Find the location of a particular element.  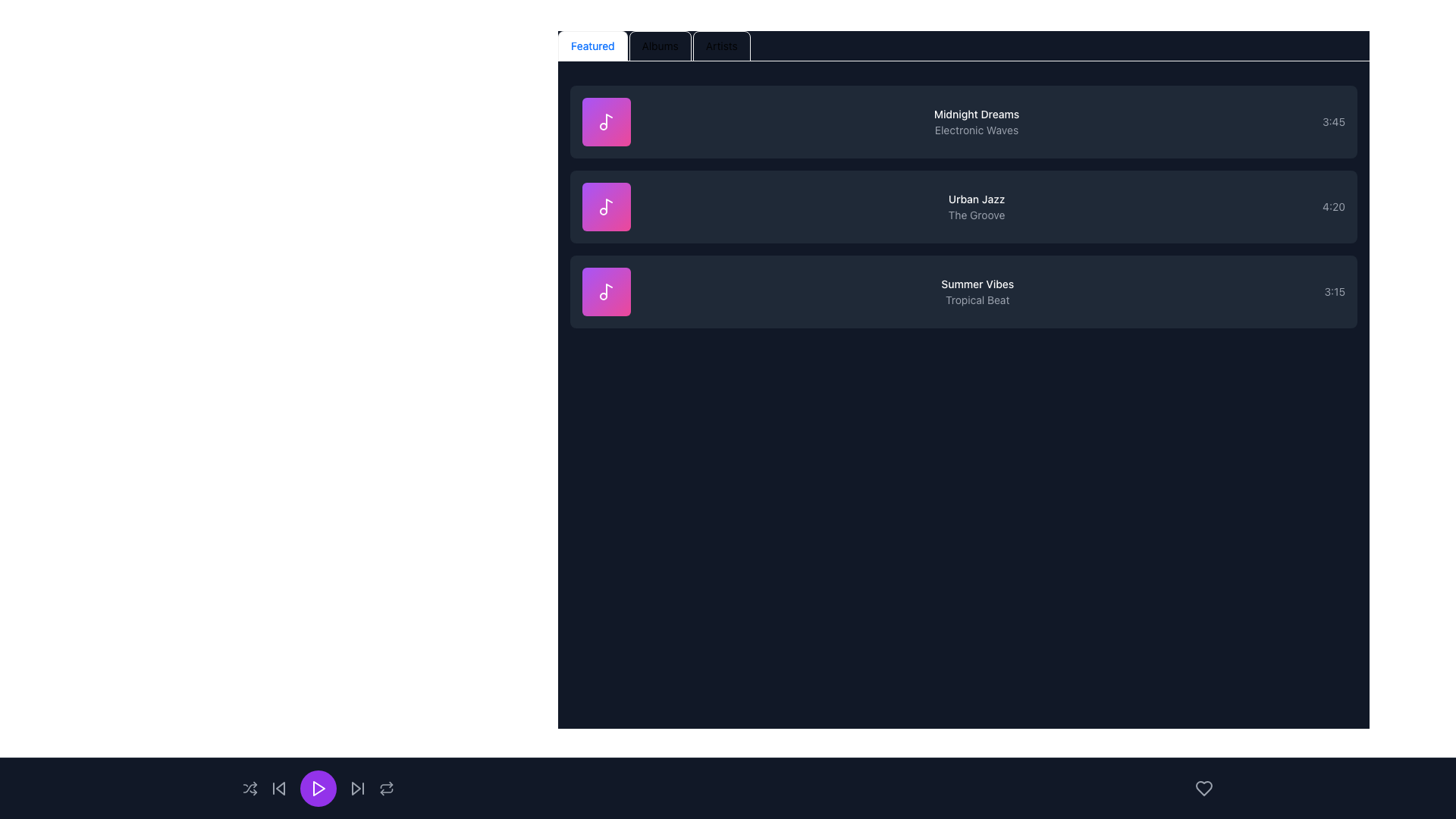

the text display element titled 'Midnight Dreams' with the subtitle 'Electronic Waves' is located at coordinates (976, 121).